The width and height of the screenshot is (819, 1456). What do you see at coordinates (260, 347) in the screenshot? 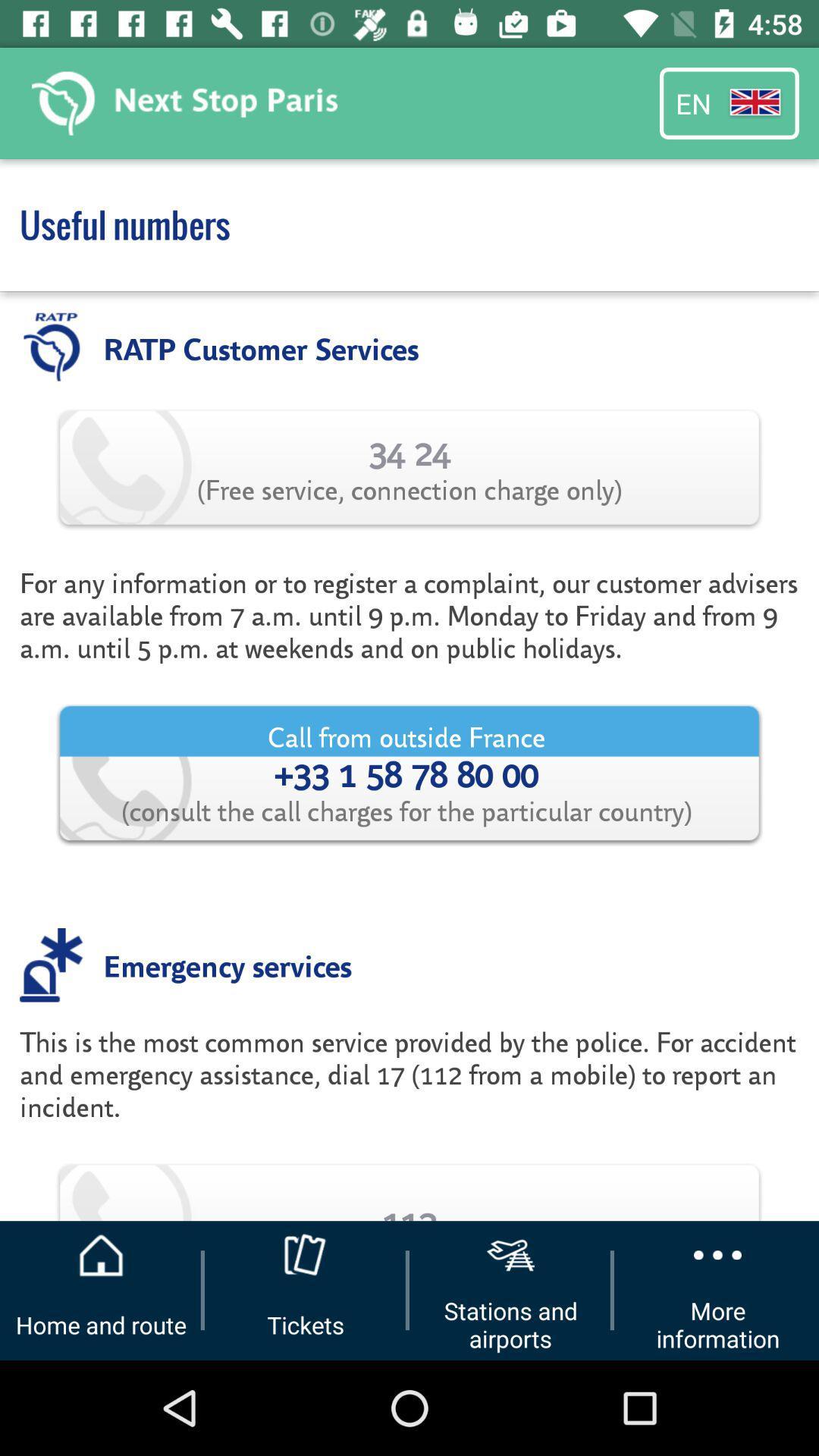
I see `ratp customer services item` at bounding box center [260, 347].